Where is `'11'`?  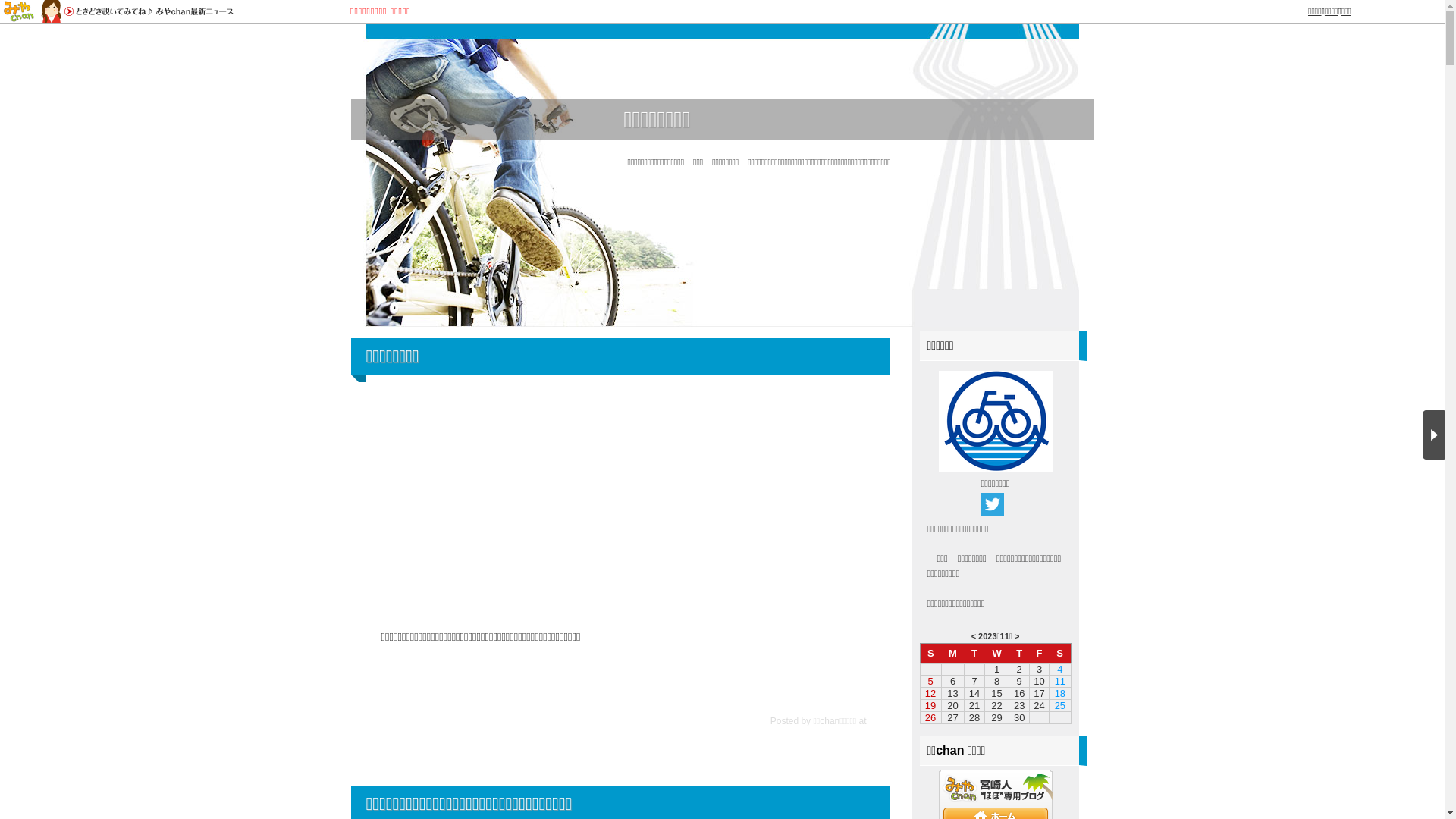
'11' is located at coordinates (1004, 636).